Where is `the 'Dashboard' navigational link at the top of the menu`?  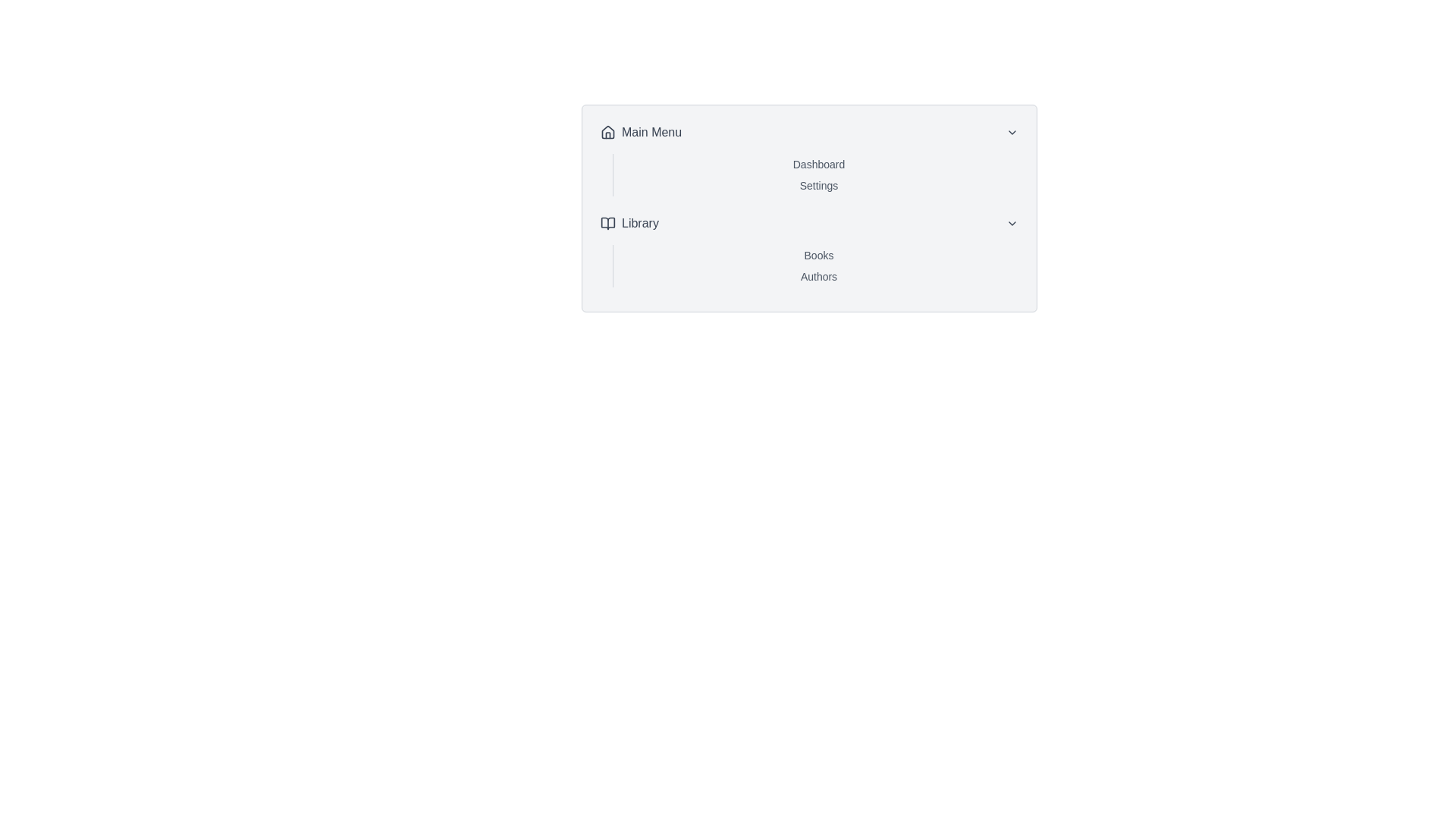 the 'Dashboard' navigational link at the top of the menu is located at coordinates (818, 164).